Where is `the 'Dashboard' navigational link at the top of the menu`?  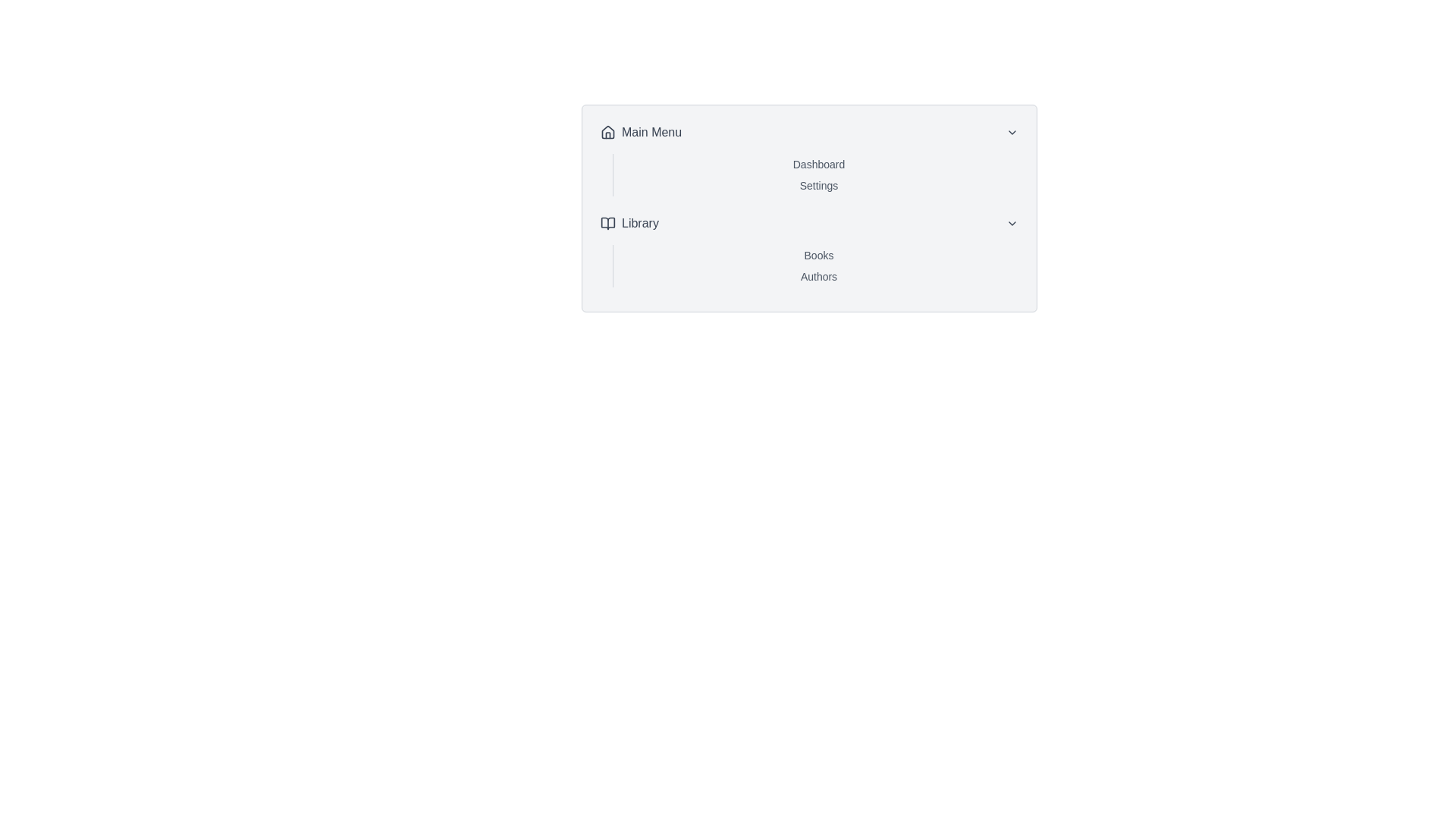 the 'Dashboard' navigational link at the top of the menu is located at coordinates (818, 164).